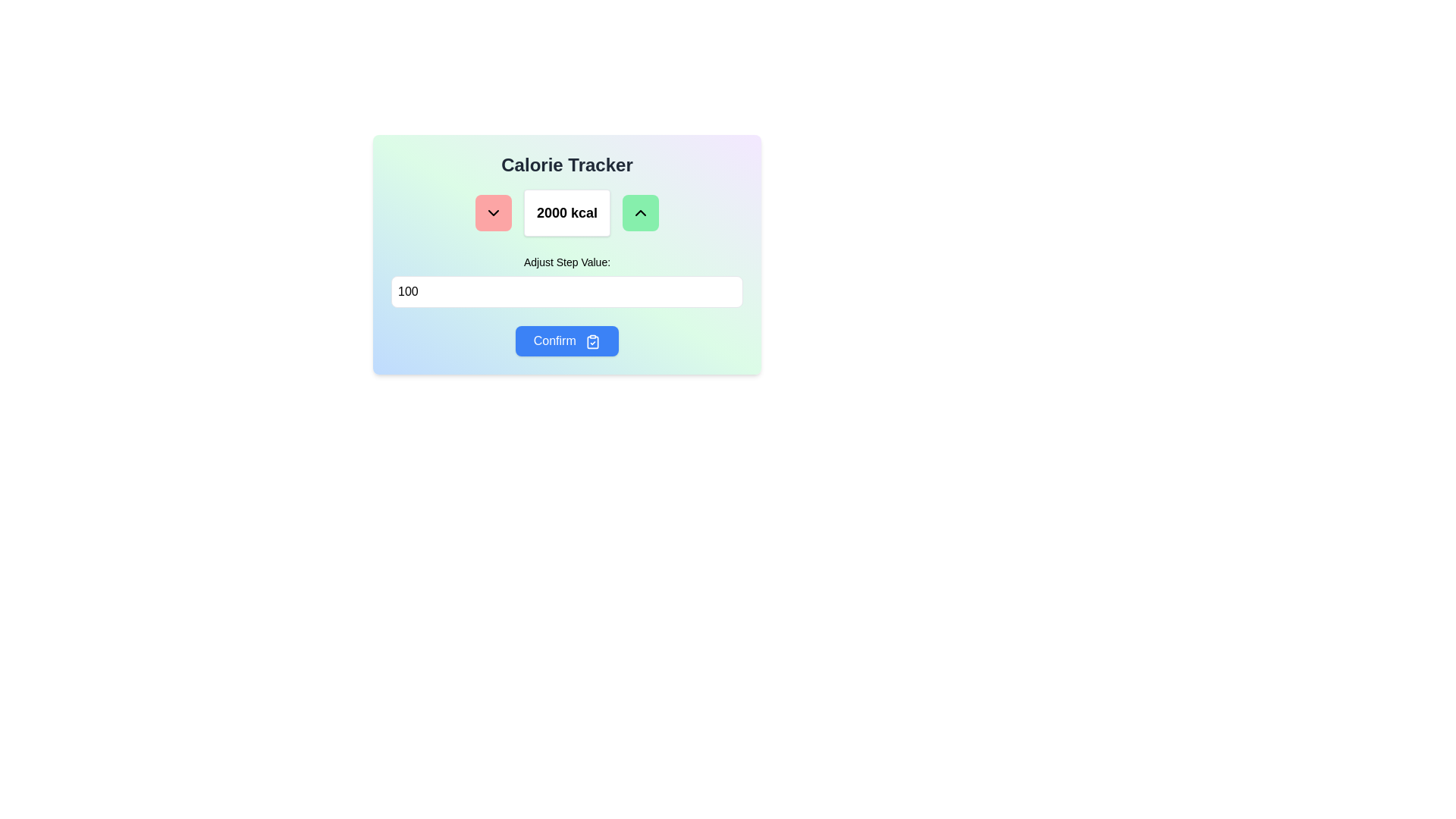  Describe the element at coordinates (566, 165) in the screenshot. I see `the text label that serves as the title or heading at the top of the interface, indicating the purpose of the elements below it` at that location.